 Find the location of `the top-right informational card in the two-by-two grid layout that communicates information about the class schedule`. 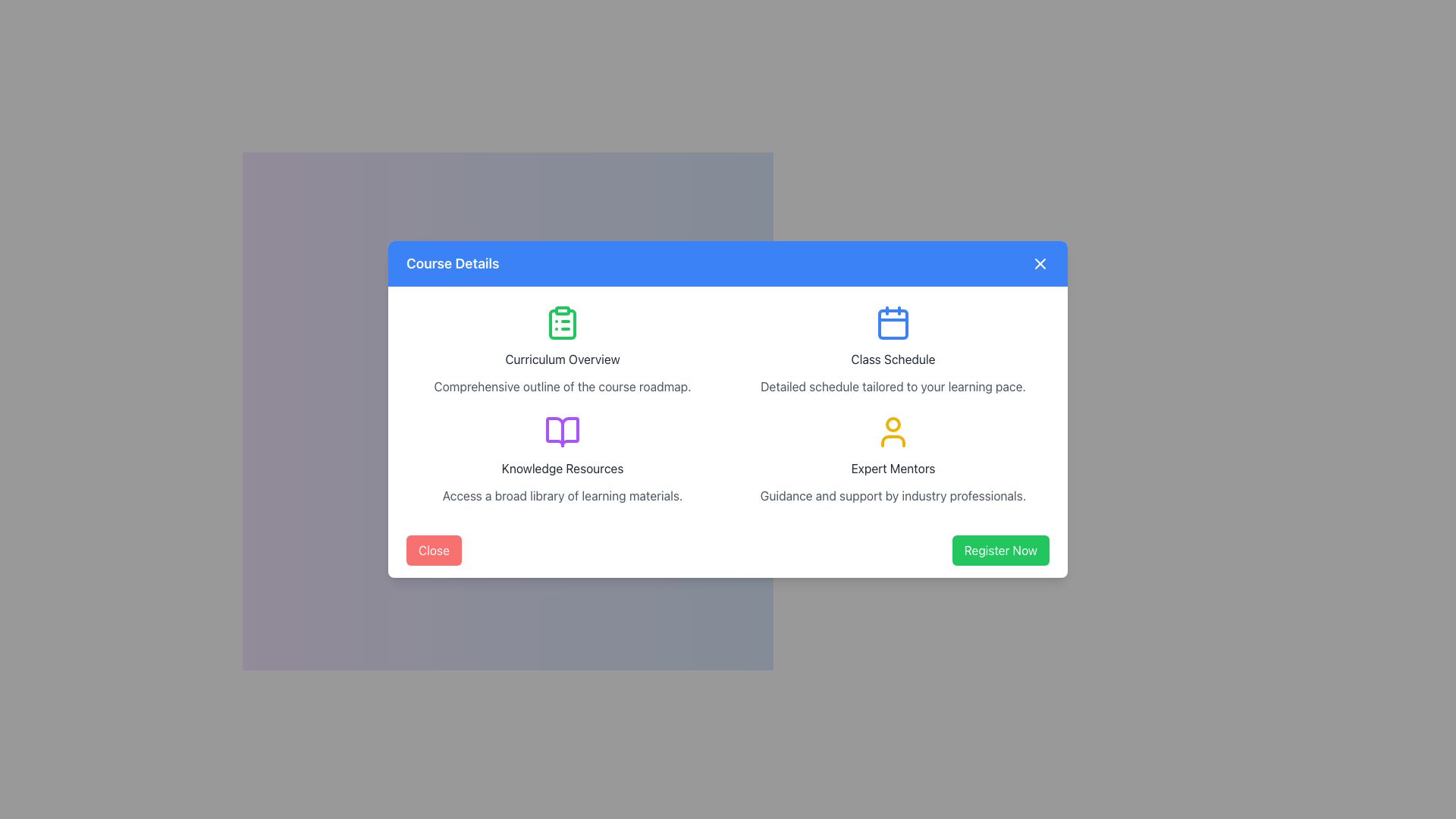

the top-right informational card in the two-by-two grid layout that communicates information about the class schedule is located at coordinates (893, 350).